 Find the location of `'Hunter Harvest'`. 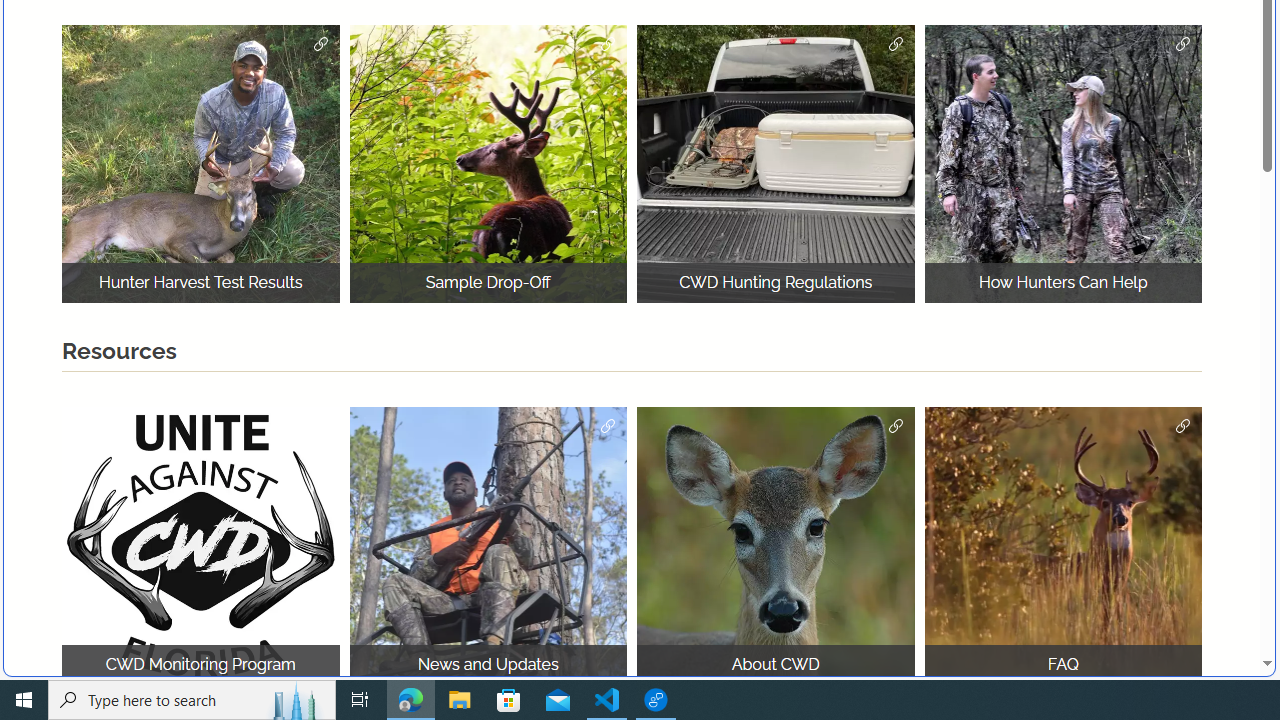

'Hunter Harvest' is located at coordinates (200, 163).